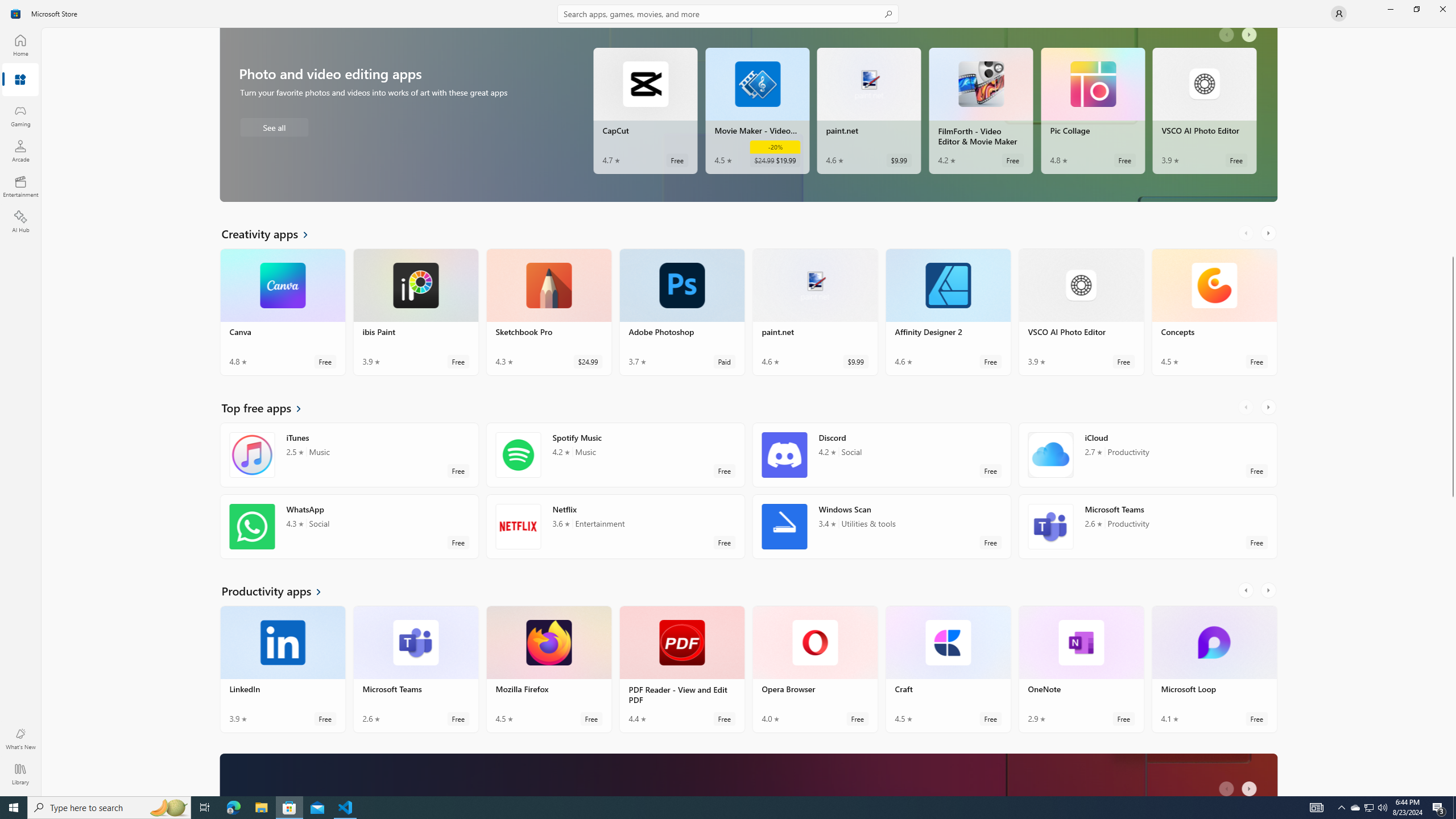 The width and height of the screenshot is (1456, 819). I want to click on 'Canva. Average rating of 4.8 out of five stars. Free  ', so click(283, 311).